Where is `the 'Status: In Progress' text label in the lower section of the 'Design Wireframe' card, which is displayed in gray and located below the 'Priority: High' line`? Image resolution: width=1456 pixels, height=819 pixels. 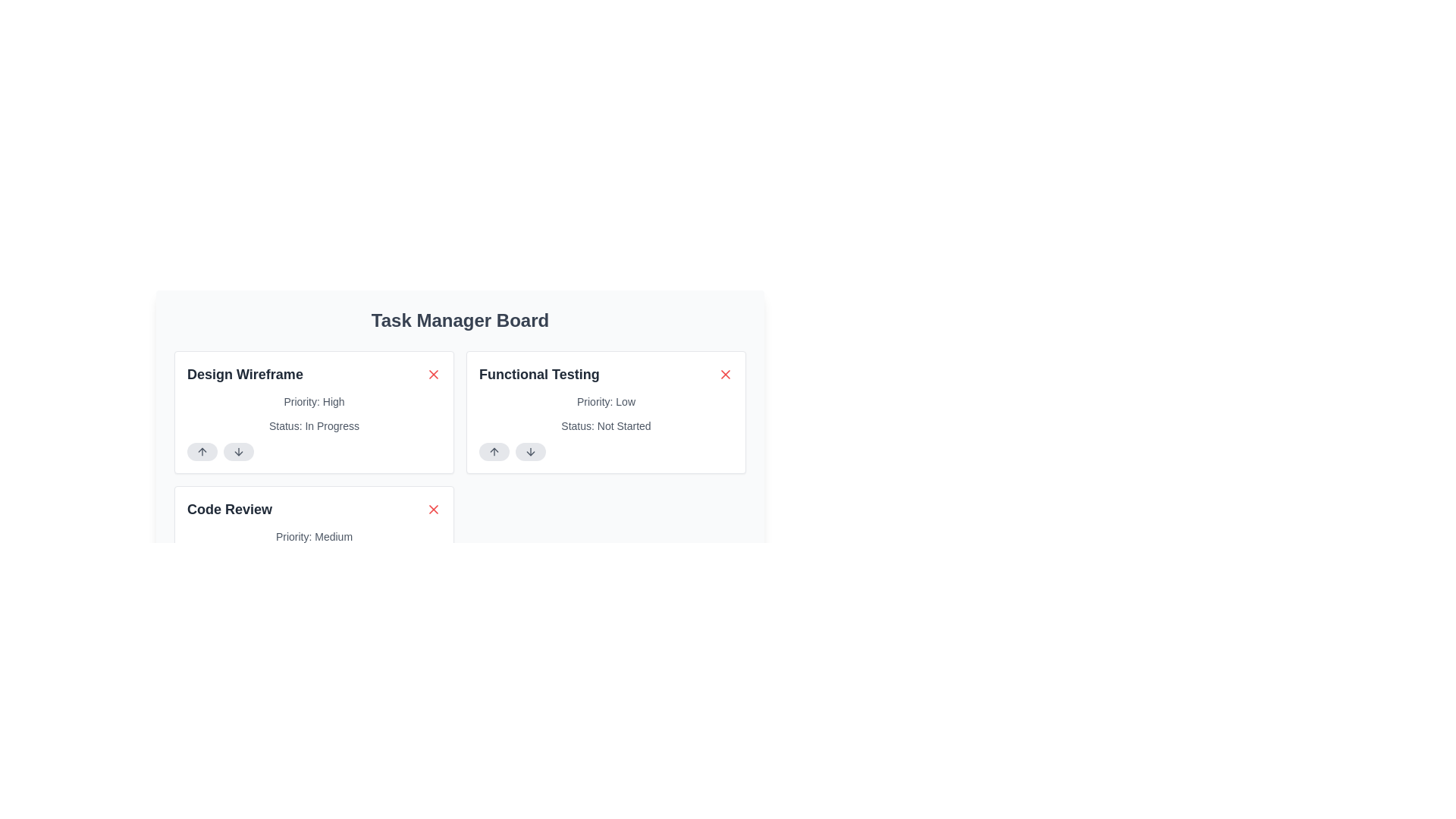 the 'Status: In Progress' text label in the lower section of the 'Design Wireframe' card, which is displayed in gray and located below the 'Priority: High' line is located at coordinates (313, 426).